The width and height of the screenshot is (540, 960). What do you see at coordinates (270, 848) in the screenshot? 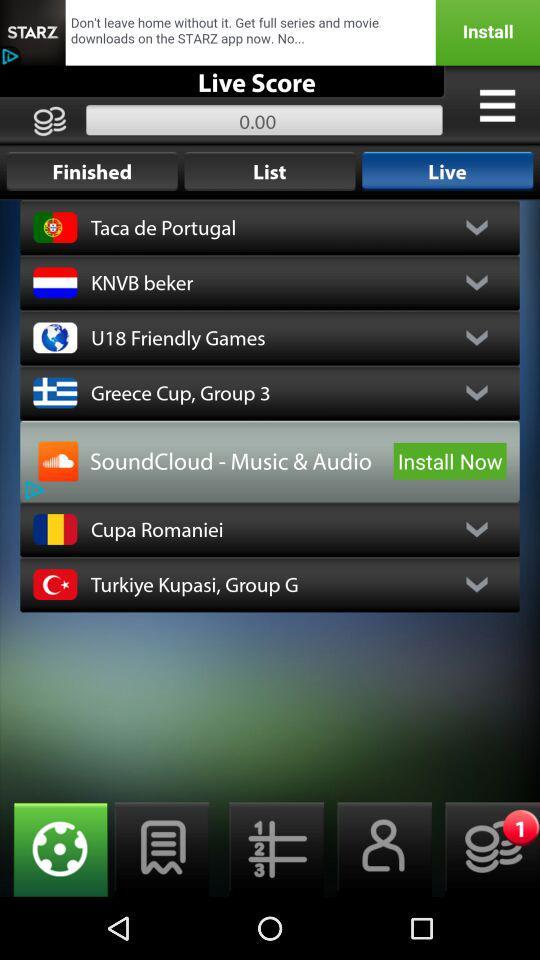
I see `menu button` at bounding box center [270, 848].